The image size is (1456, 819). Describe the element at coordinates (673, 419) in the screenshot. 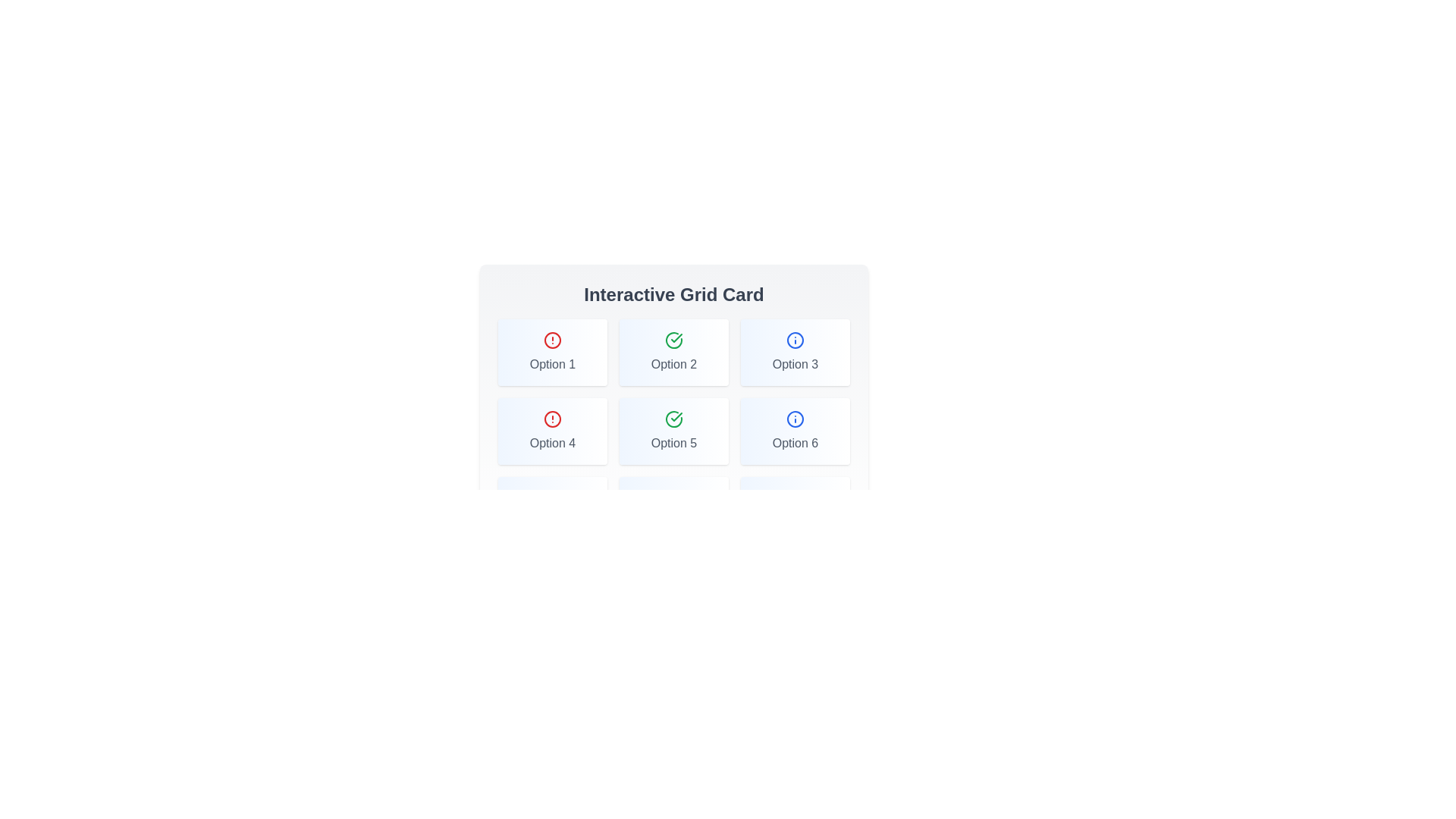

I see `the confirmation icon located in the middle column of the second row in the 3x2 grid layout, corresponding to 'Option 5'` at that location.